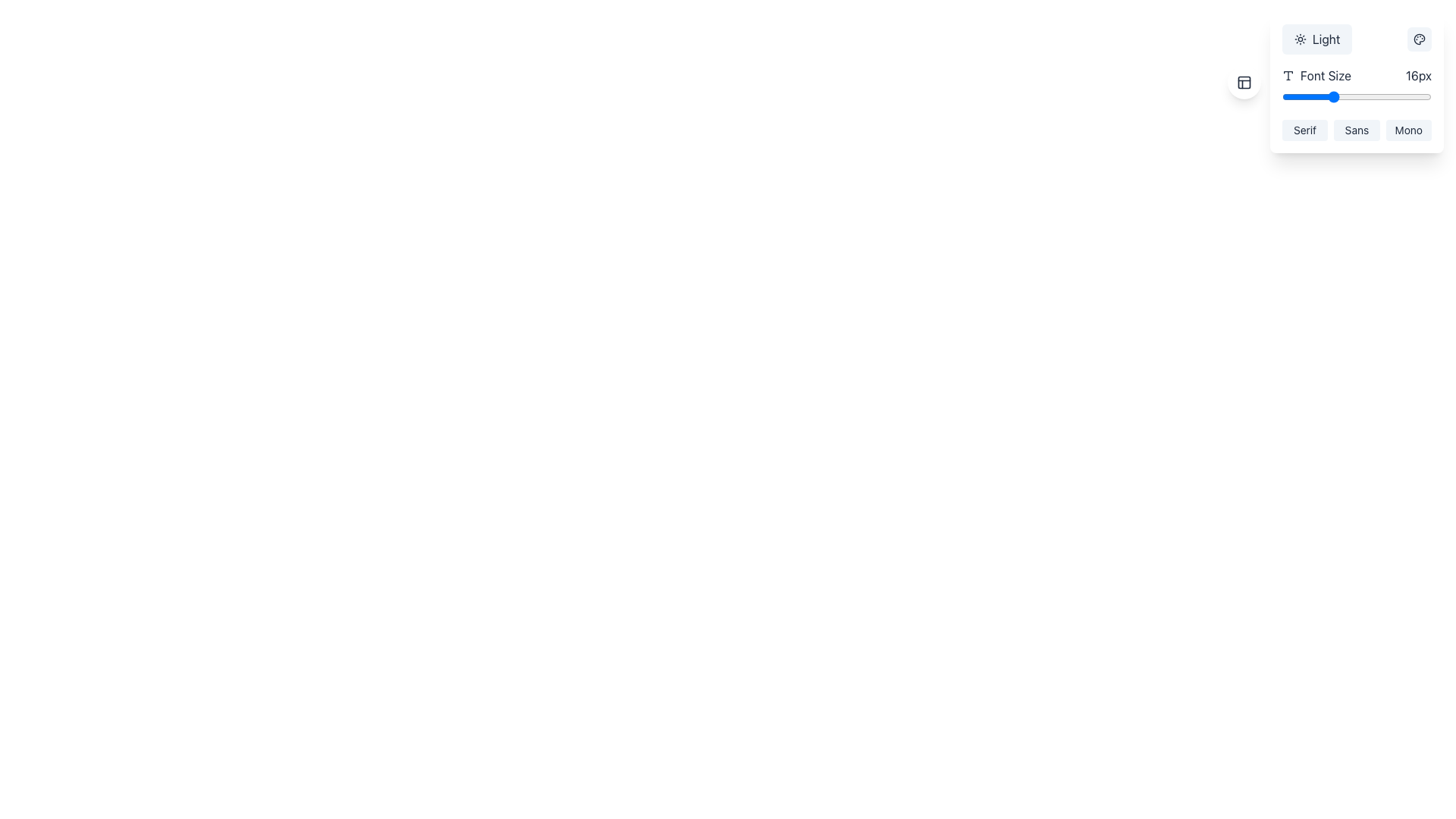 Image resolution: width=1456 pixels, height=819 pixels. What do you see at coordinates (1357, 130) in the screenshot?
I see `the second button in the row of font style options` at bounding box center [1357, 130].